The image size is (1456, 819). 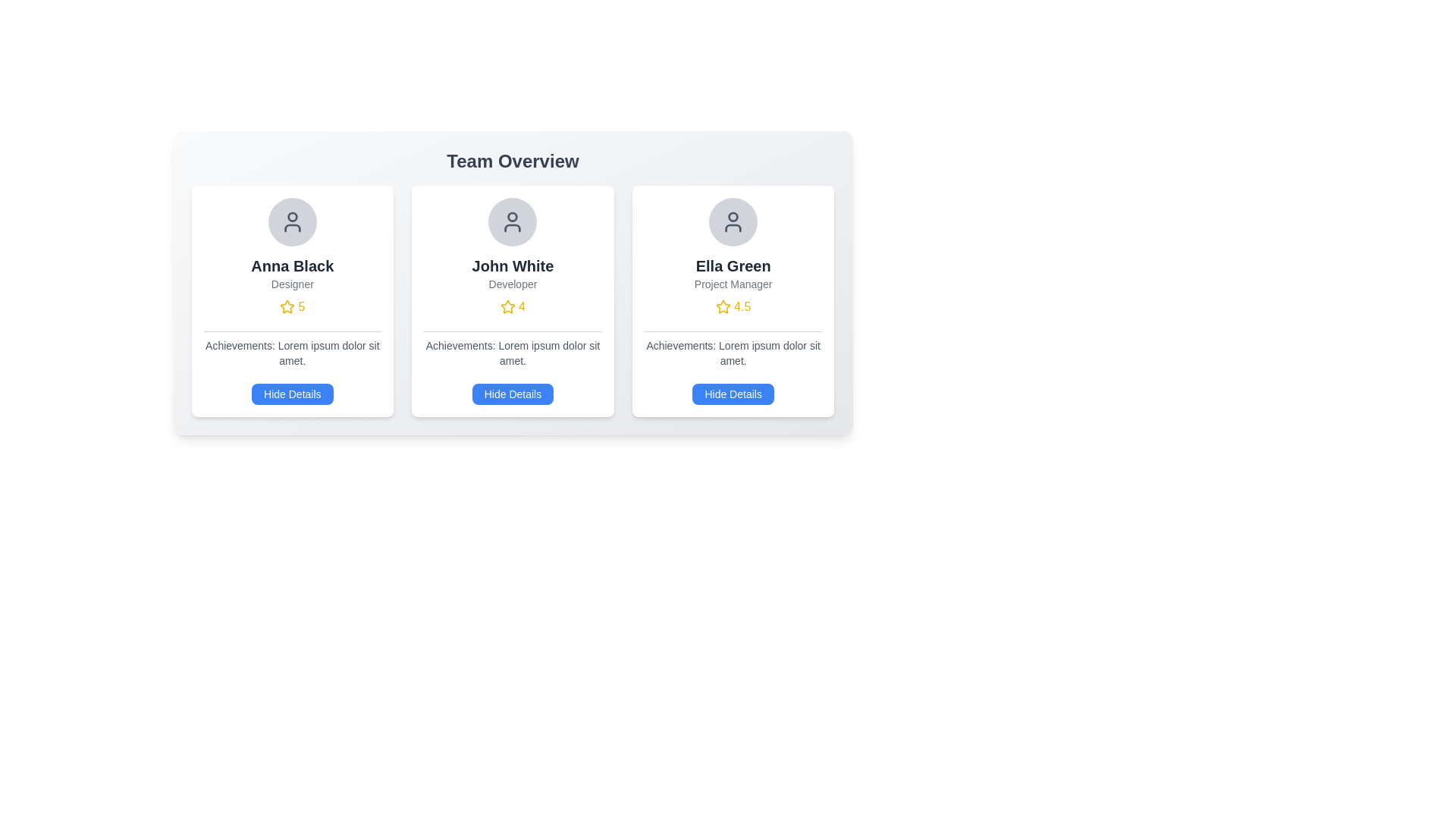 What do you see at coordinates (733, 350) in the screenshot?
I see `the text label that reads 'Achievements: Lorem ipsum dolor sit amet.' located in the card for 'Ella Green, Project Manager', positioned just above the 'Hide Details' button` at bounding box center [733, 350].